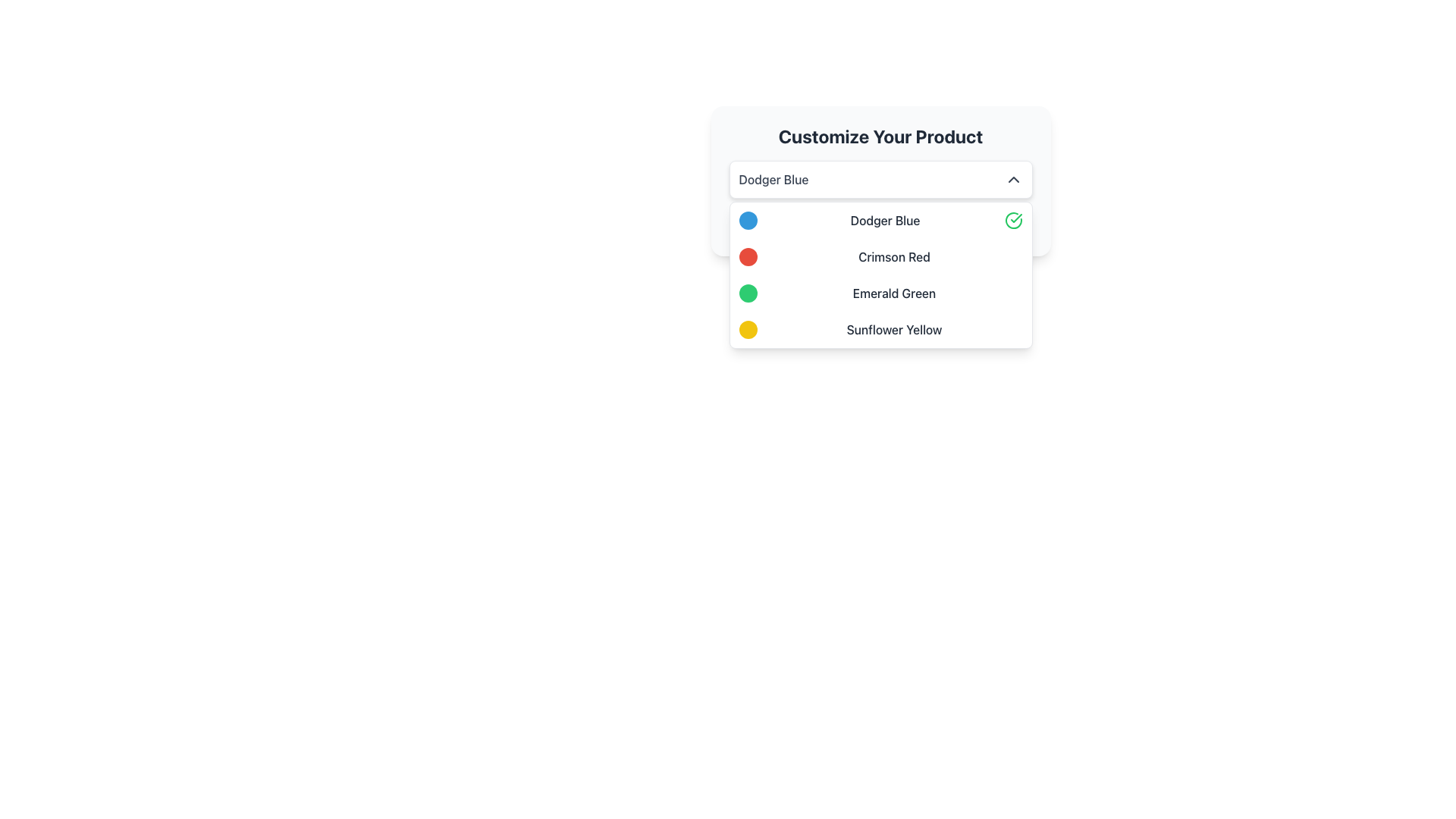 This screenshot has width=1456, height=819. I want to click on the Dropdown menu selector located under the title 'Customize Your Product', so click(880, 178).